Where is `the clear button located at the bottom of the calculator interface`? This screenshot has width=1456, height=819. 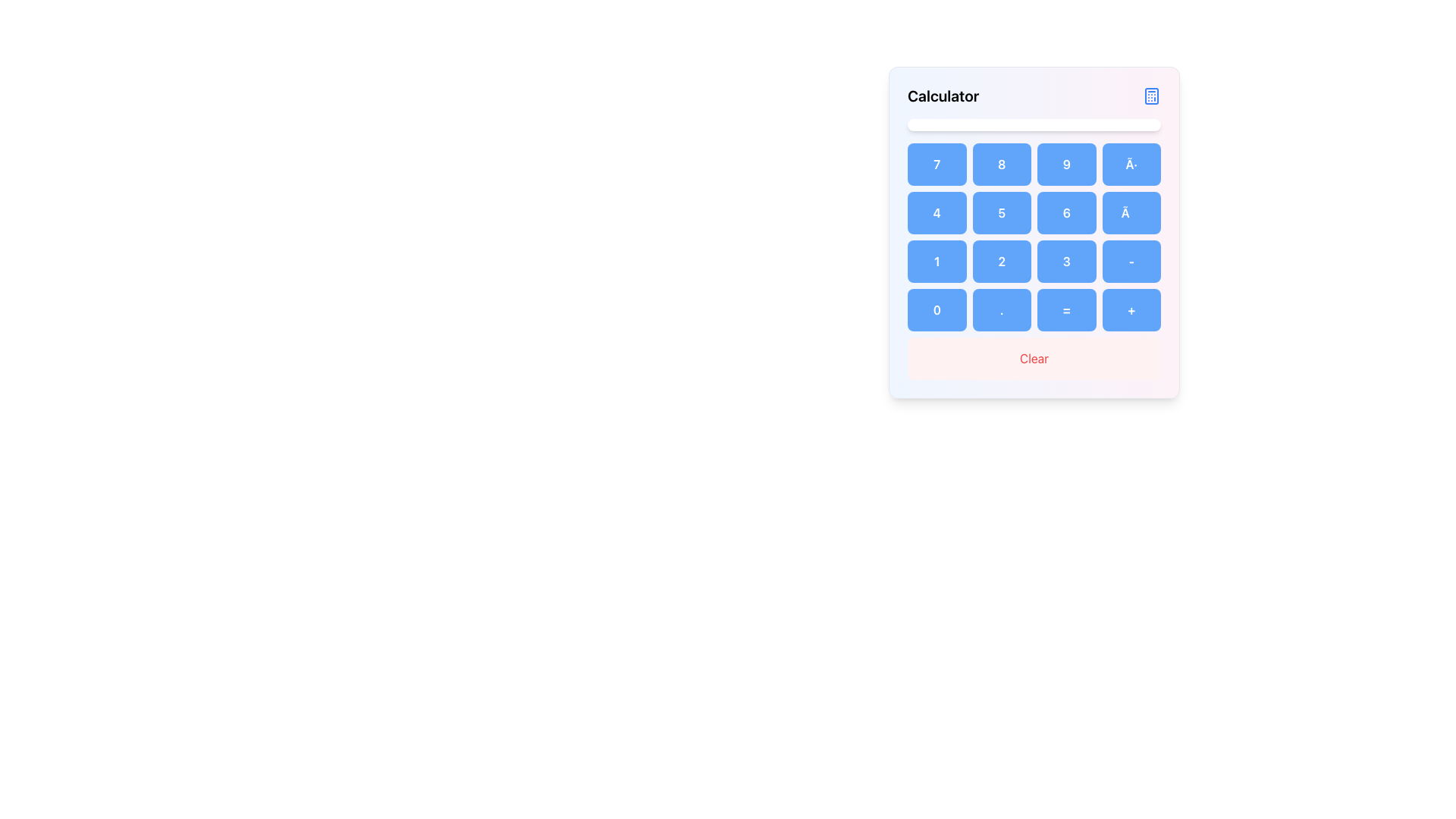
the clear button located at the bottom of the calculator interface is located at coordinates (1033, 359).